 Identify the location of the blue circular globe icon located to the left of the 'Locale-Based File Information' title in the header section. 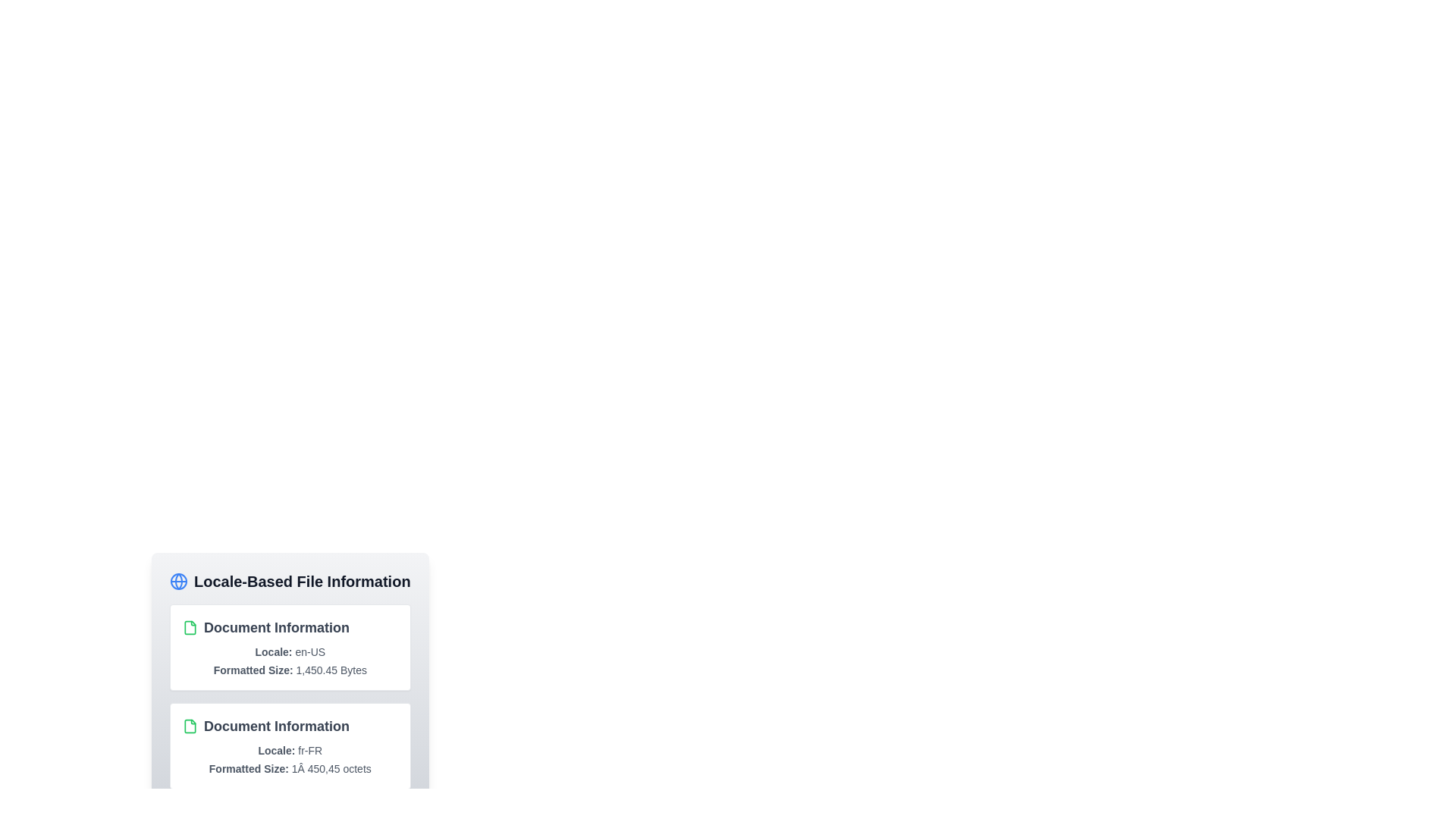
(178, 581).